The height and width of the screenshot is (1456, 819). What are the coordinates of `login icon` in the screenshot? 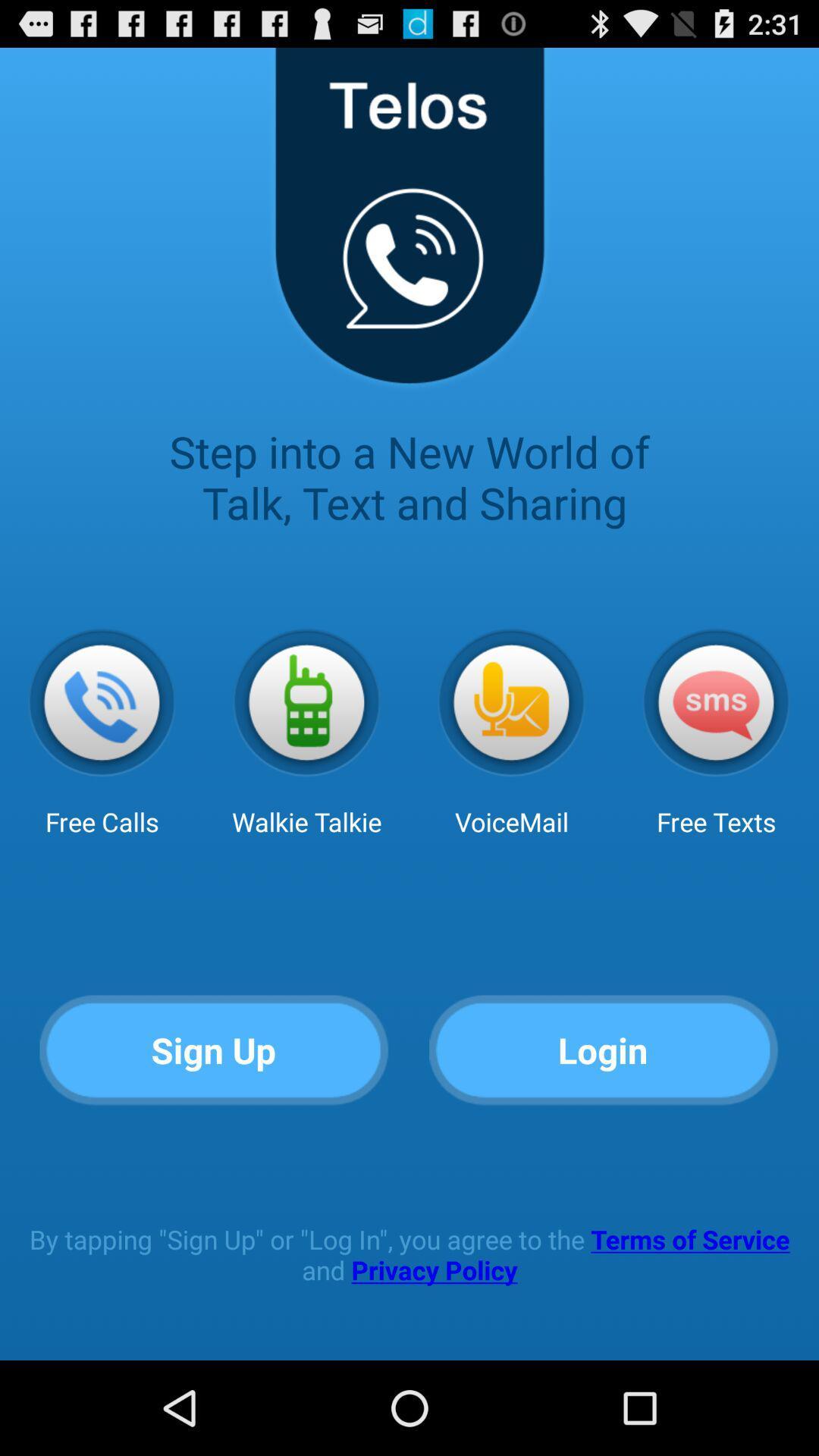 It's located at (603, 1050).